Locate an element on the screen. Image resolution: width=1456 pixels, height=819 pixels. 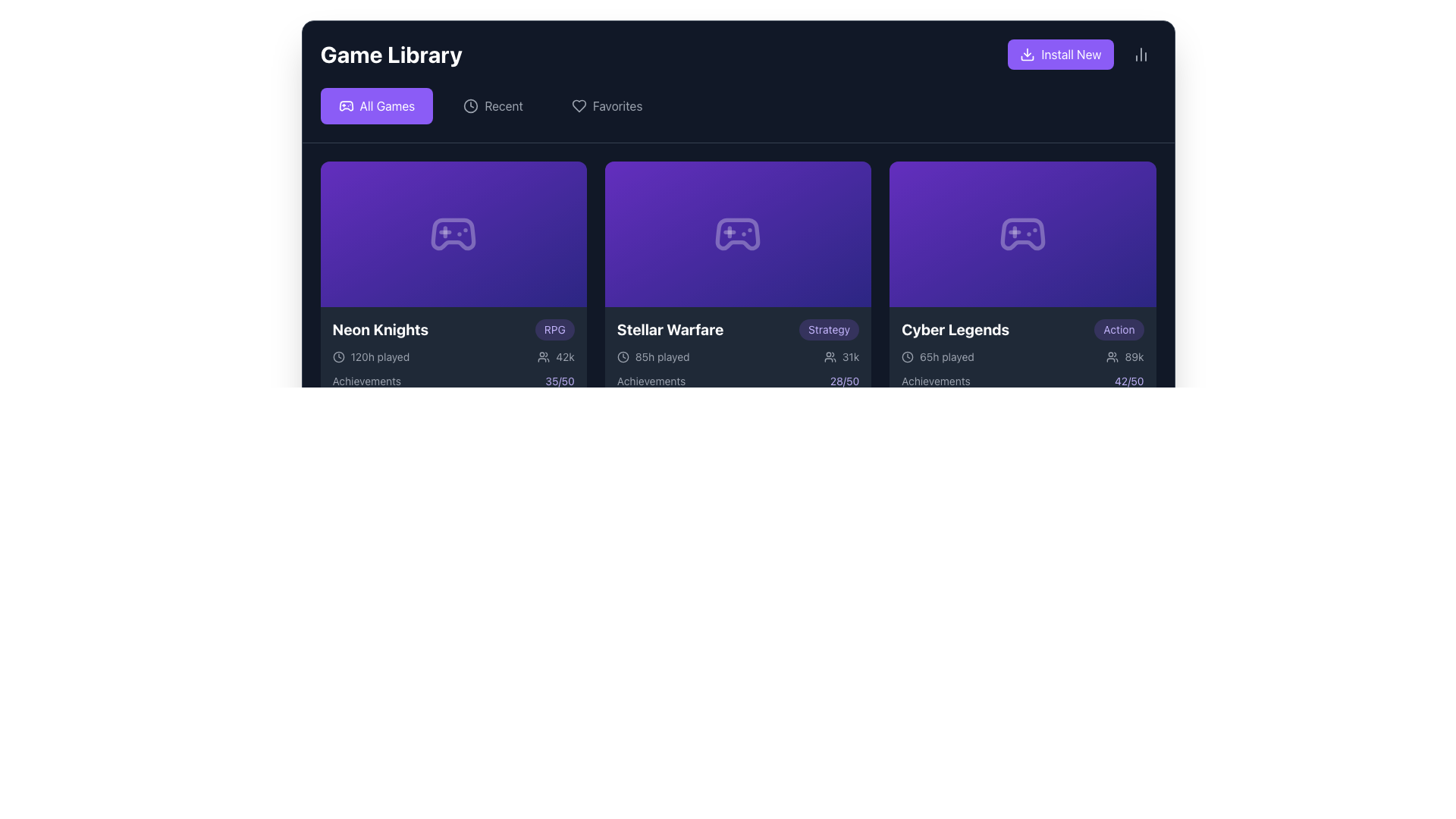
the game controller icon displayed on a purple background in the second card labeled 'Stellar Warfare' is located at coordinates (738, 234).